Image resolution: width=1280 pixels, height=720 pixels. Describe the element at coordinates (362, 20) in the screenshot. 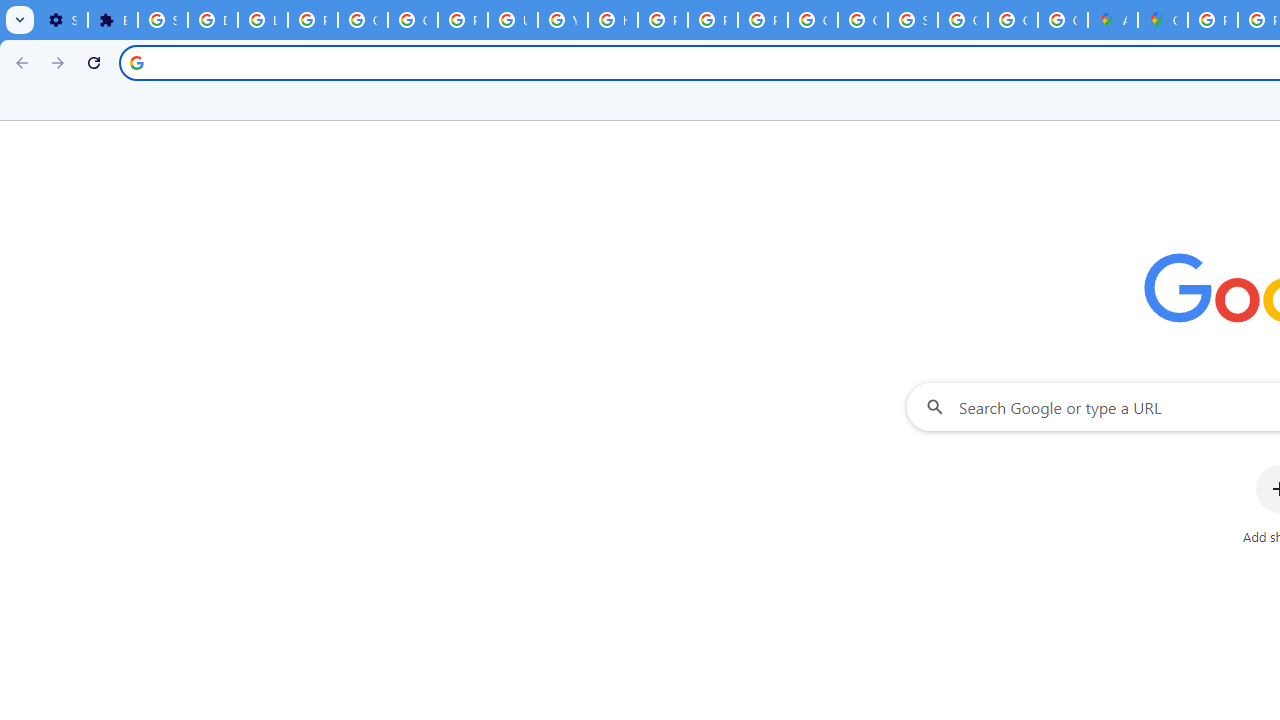

I see `'Google Account Help'` at that location.